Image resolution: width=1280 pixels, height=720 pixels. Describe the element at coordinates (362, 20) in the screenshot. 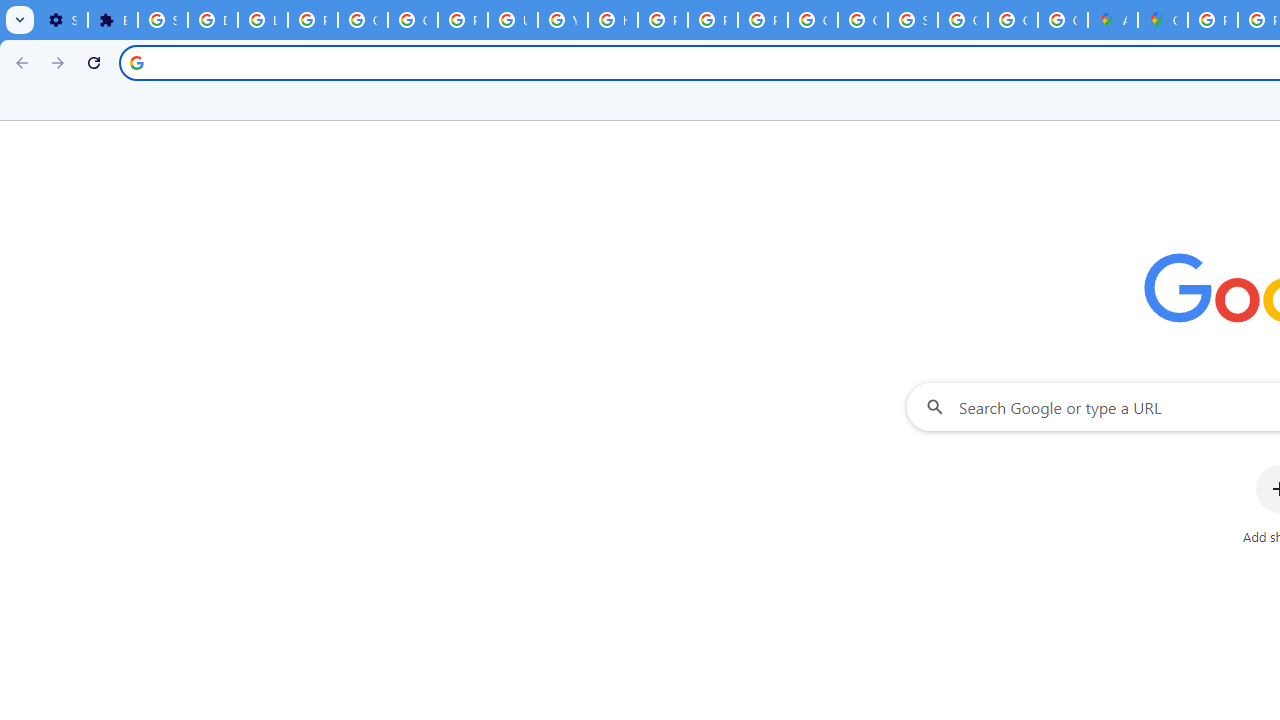

I see `'Google Account Help'` at that location.